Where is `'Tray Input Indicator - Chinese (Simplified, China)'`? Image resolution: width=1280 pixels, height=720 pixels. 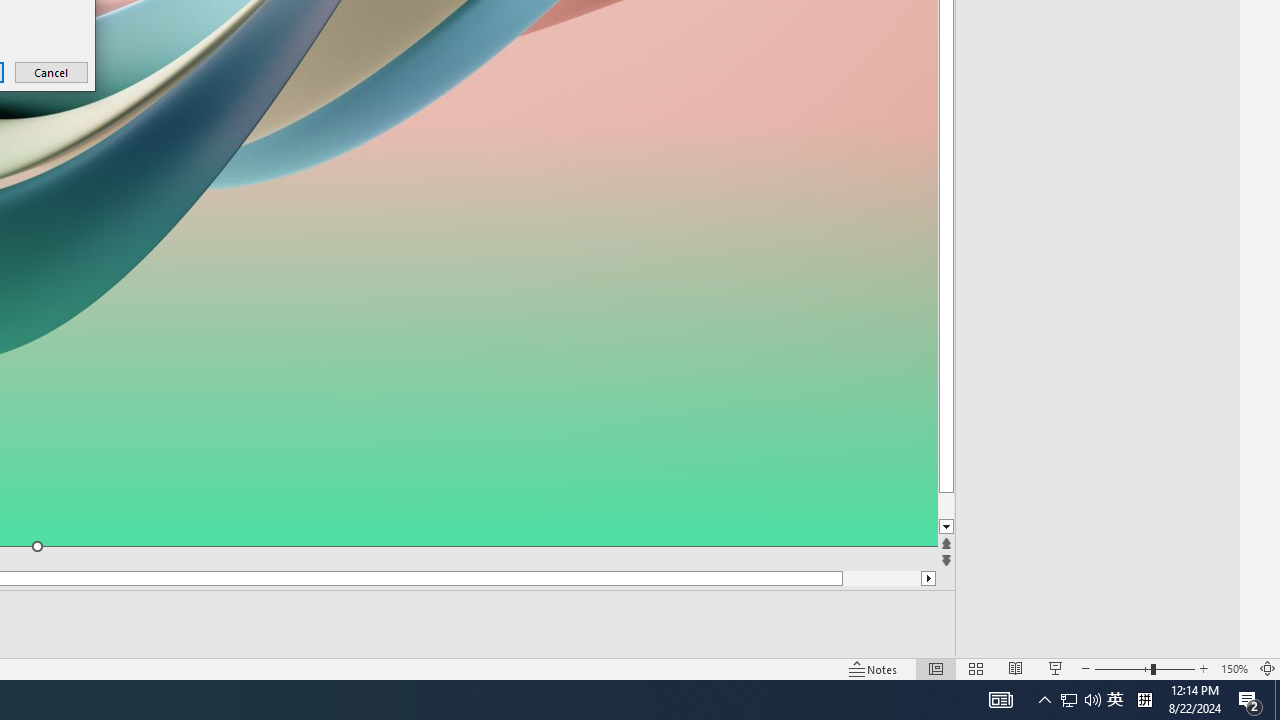
'Tray Input Indicator - Chinese (Simplified, China)' is located at coordinates (1144, 698).